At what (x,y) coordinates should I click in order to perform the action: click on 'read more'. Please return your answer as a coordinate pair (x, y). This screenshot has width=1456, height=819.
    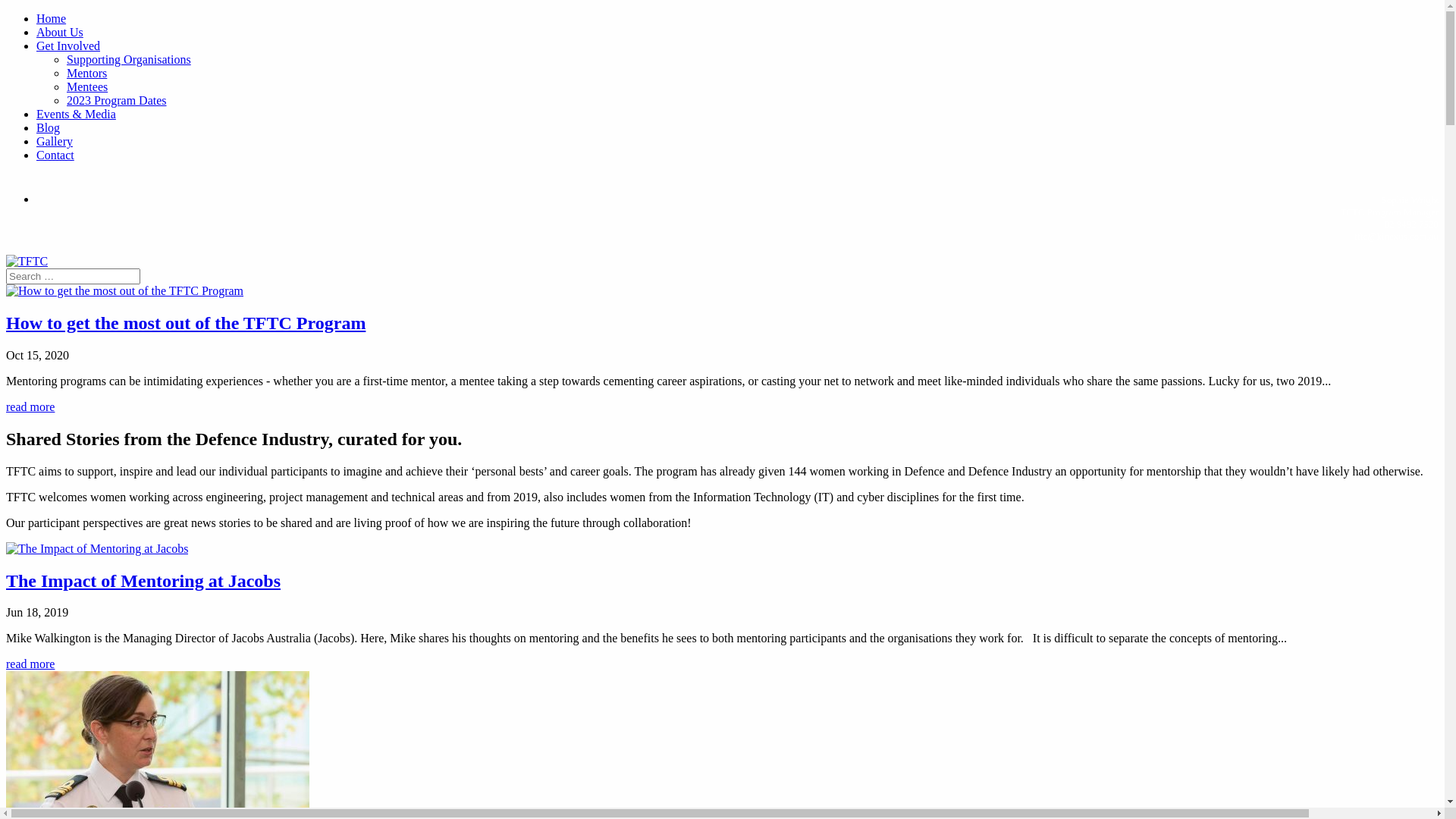
    Looking at the image, I should click on (30, 406).